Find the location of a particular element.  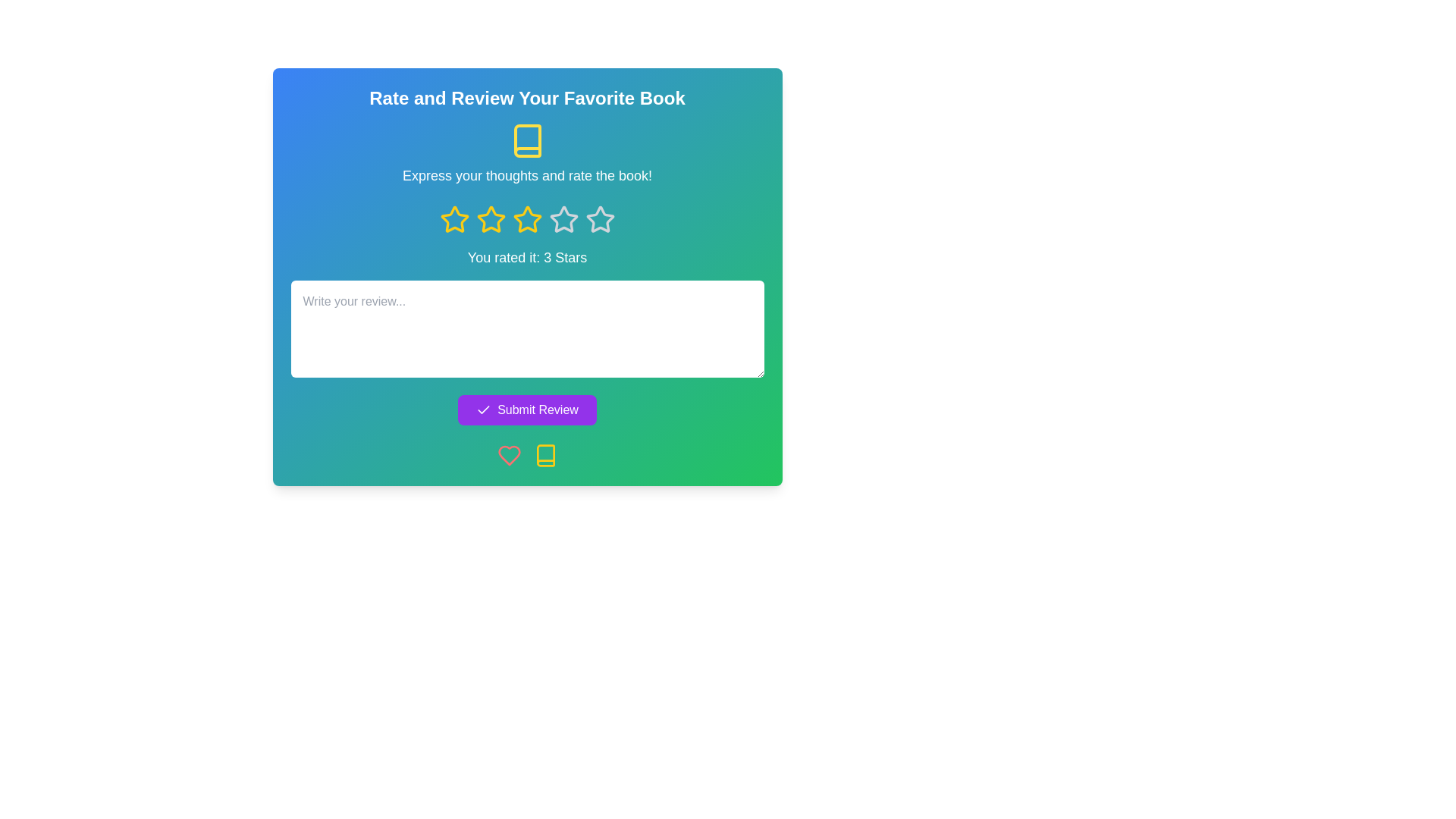

the third star in the five-star rating system, which is part of a rating interface is located at coordinates (491, 219).